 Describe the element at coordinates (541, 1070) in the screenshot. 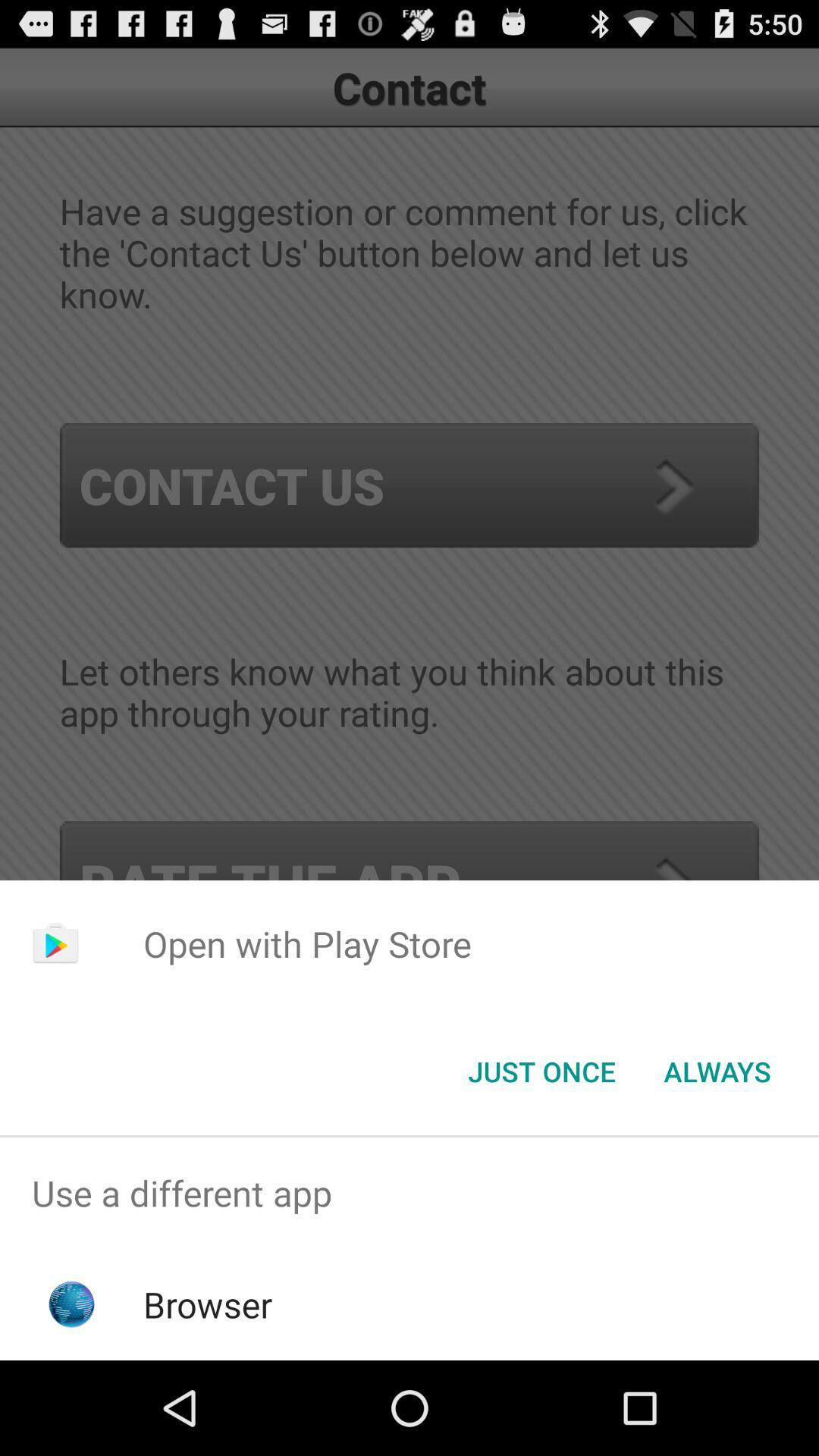

I see `the icon below open with play app` at that location.